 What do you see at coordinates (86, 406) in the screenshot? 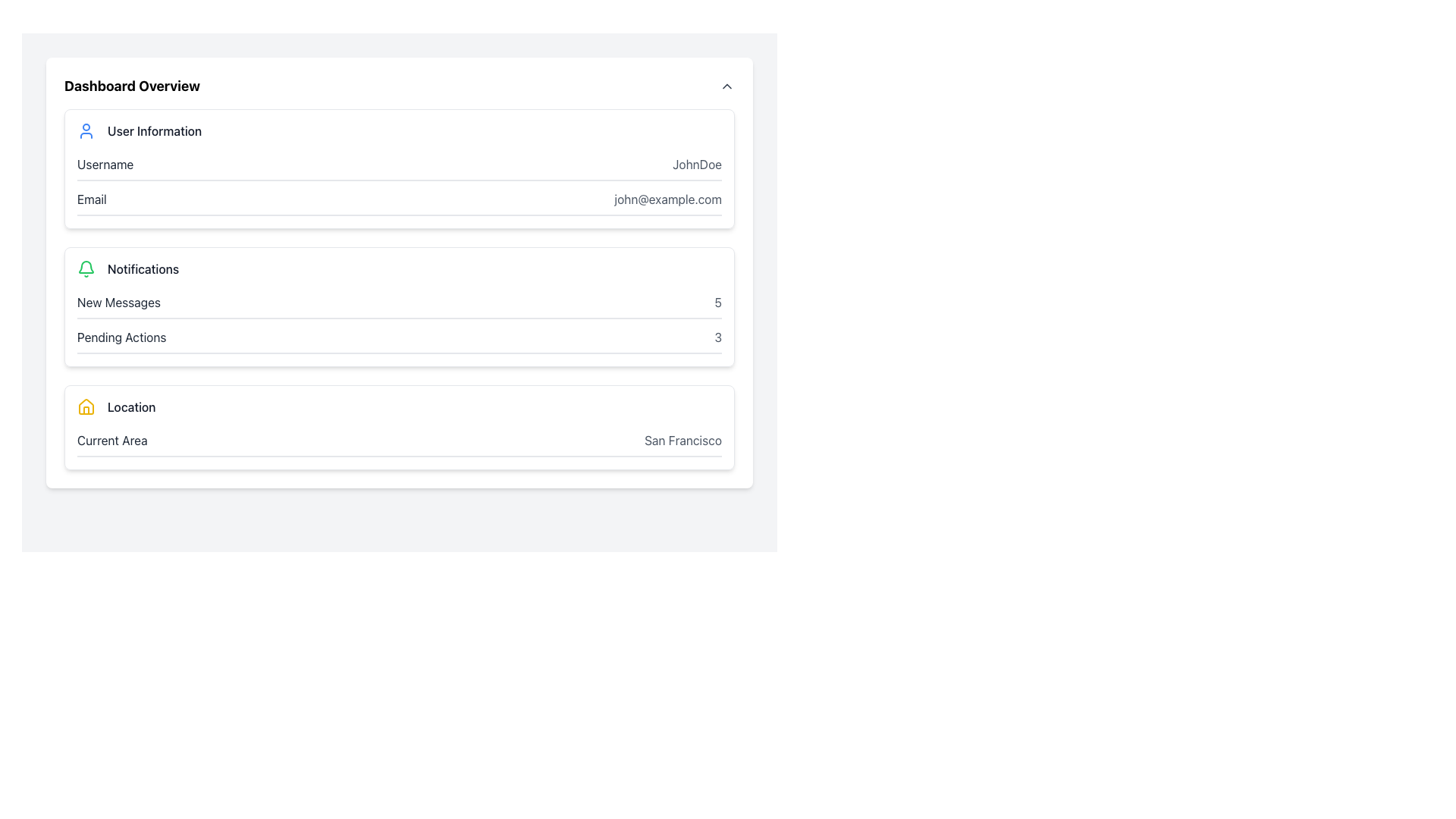
I see `the yellow house icon located next to the 'Location' label` at bounding box center [86, 406].